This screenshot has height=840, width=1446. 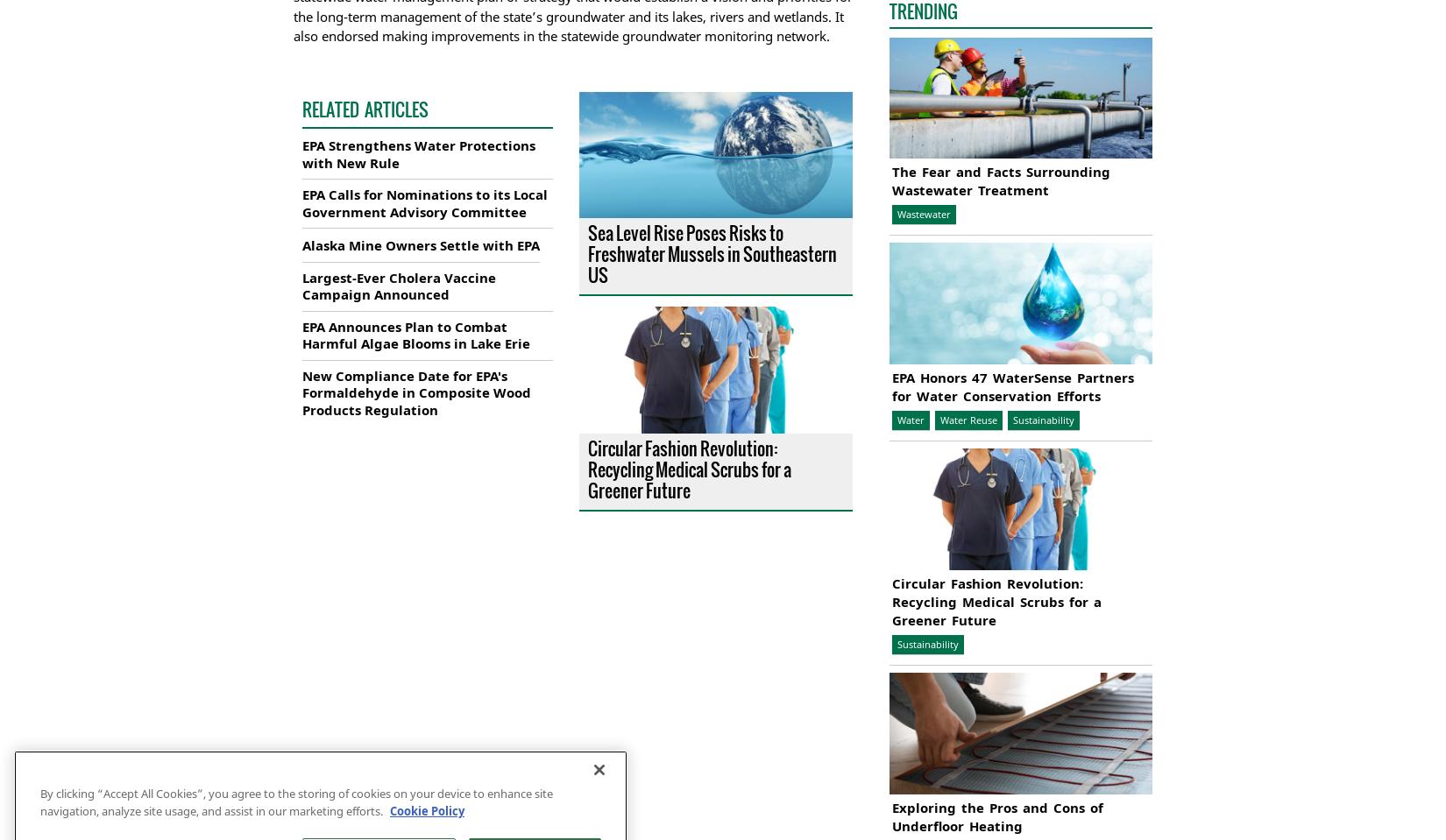 I want to click on 'Exploring the Pros and Cons of Underfloor Heating', so click(x=997, y=815).